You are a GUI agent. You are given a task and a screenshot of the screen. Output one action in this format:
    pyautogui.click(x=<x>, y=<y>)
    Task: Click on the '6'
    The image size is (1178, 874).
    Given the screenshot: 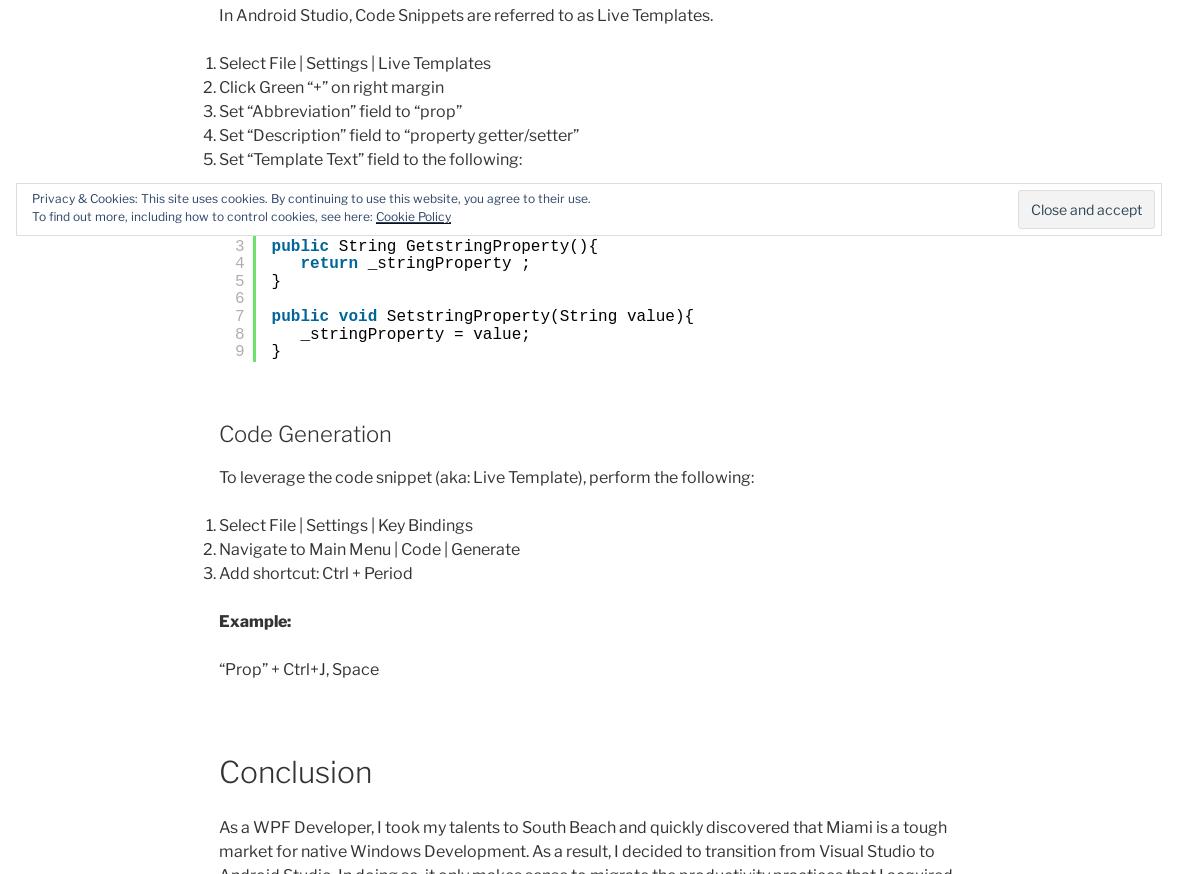 What is the action you would take?
    pyautogui.click(x=238, y=297)
    